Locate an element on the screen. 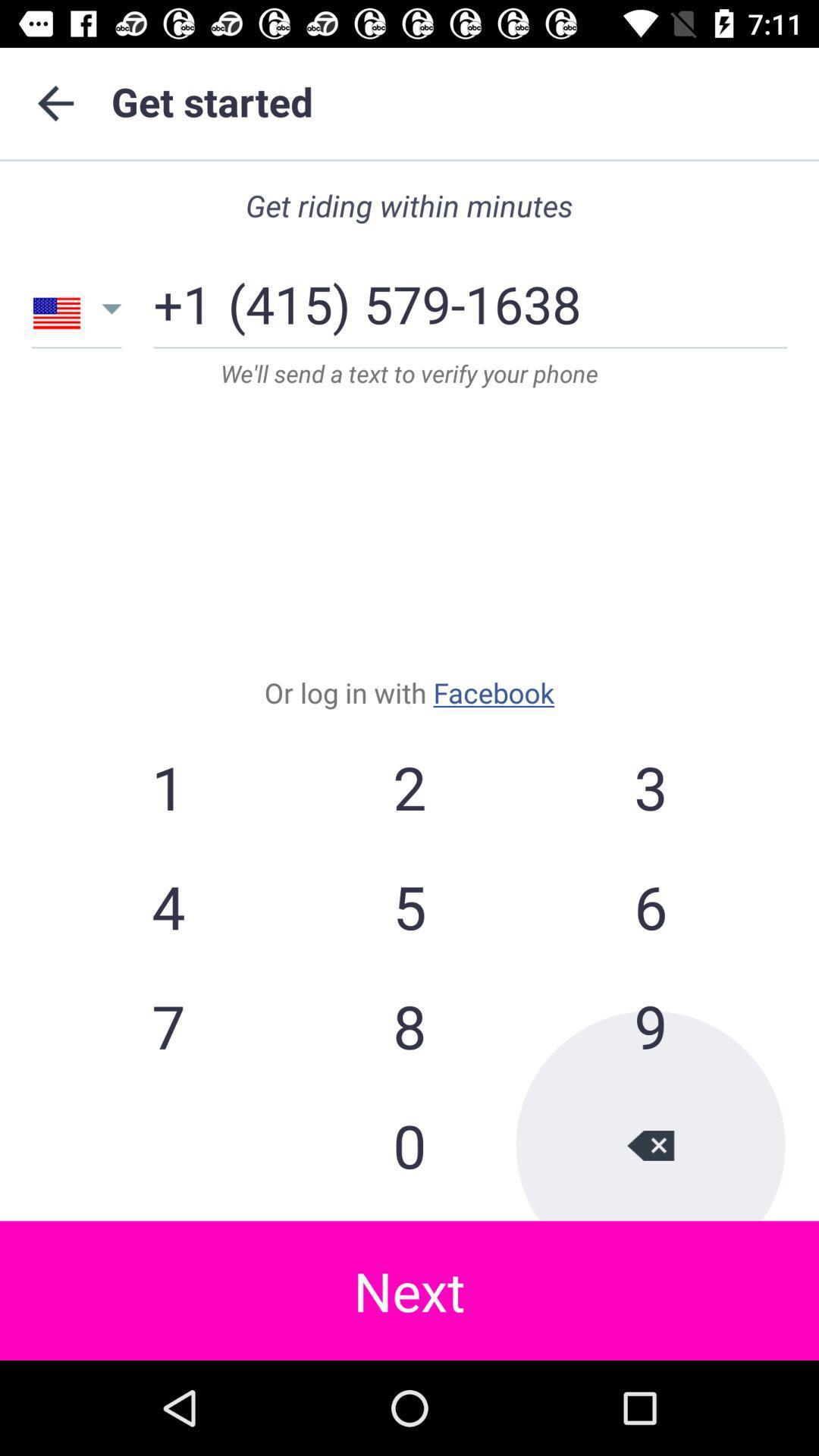  the item to the right of the 5 icon is located at coordinates (649, 1026).